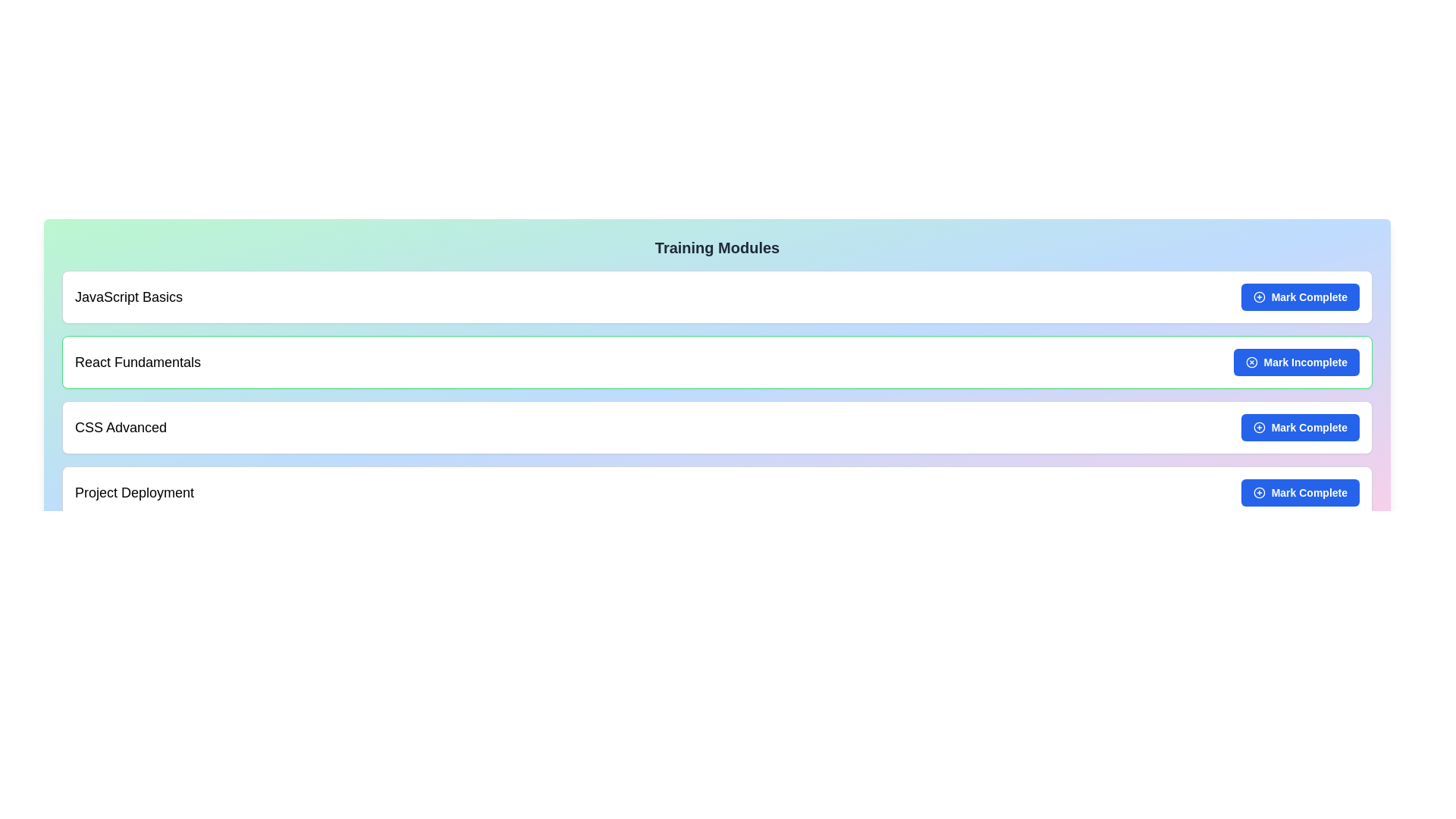 The height and width of the screenshot is (819, 1456). I want to click on the 'Mark Complete' button, which is a vibrant blue button with a bold white label, so click(1299, 297).